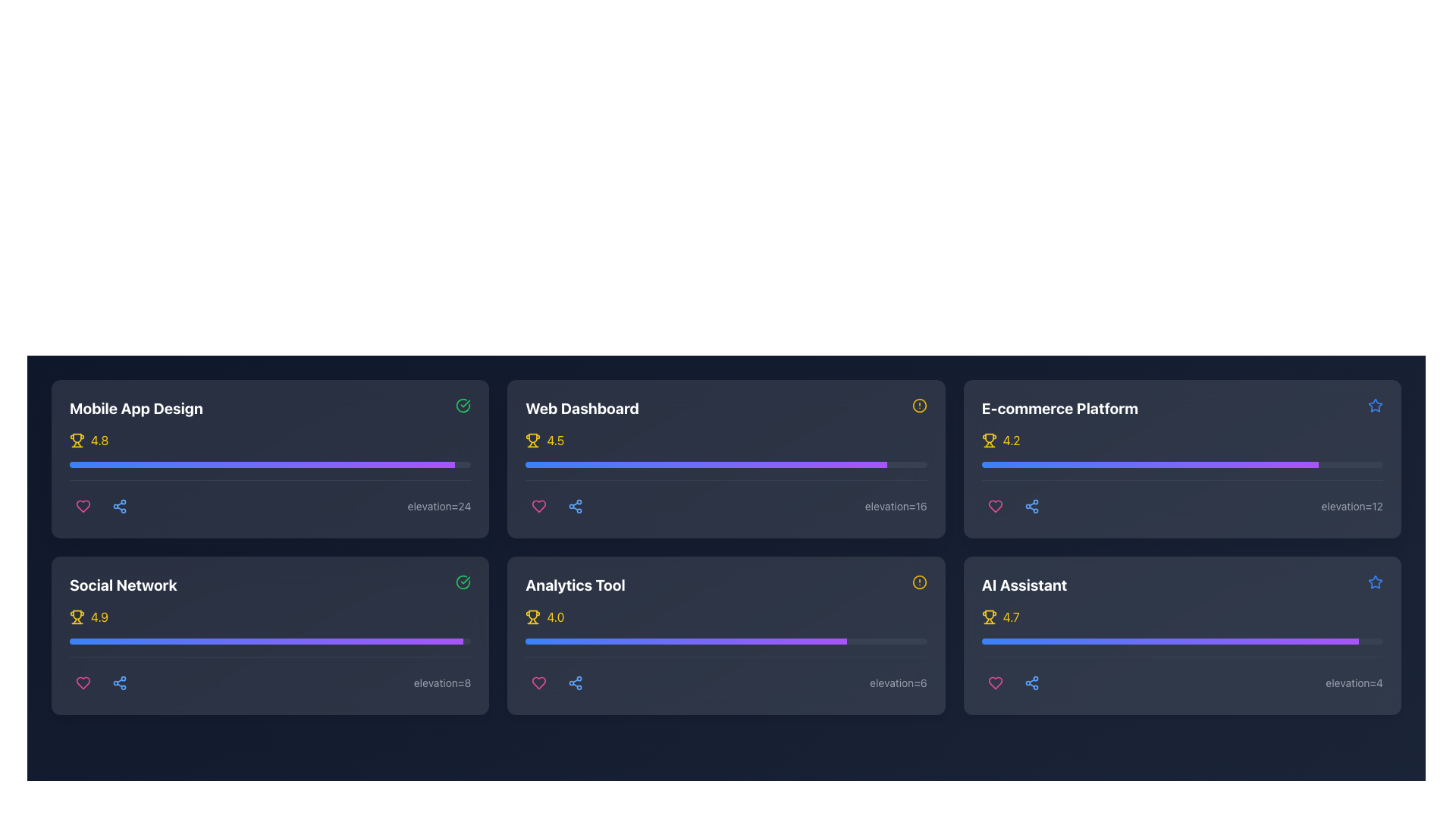 The height and width of the screenshot is (819, 1456). Describe the element at coordinates (76, 614) in the screenshot. I see `the achievement icon located in the middle of the 'Social Network' card, which is positioned in the second row of the grid layout, to the left of the score text` at that location.